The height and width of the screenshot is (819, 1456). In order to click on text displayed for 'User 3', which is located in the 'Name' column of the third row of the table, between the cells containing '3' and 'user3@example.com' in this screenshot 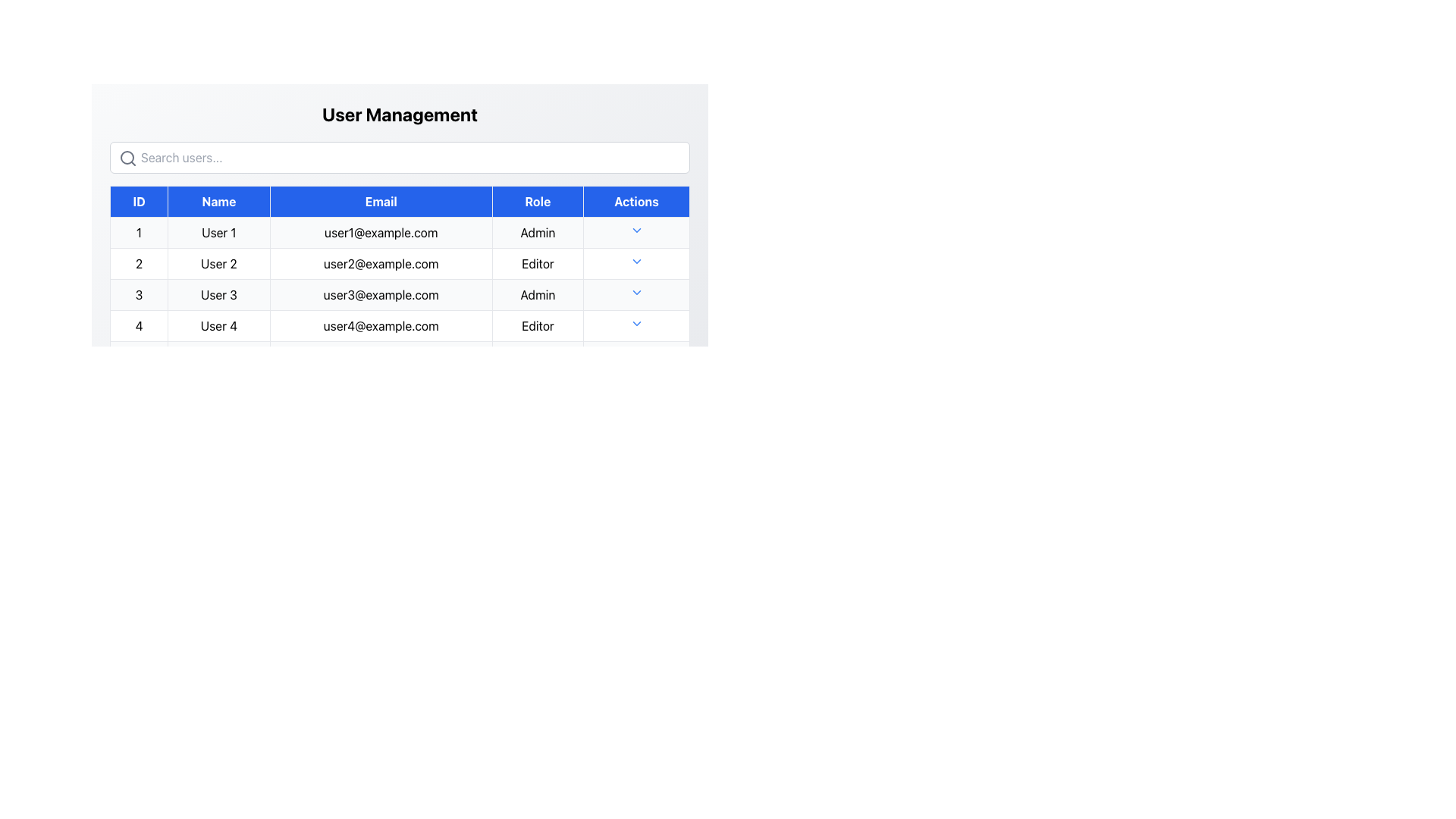, I will do `click(218, 295)`.